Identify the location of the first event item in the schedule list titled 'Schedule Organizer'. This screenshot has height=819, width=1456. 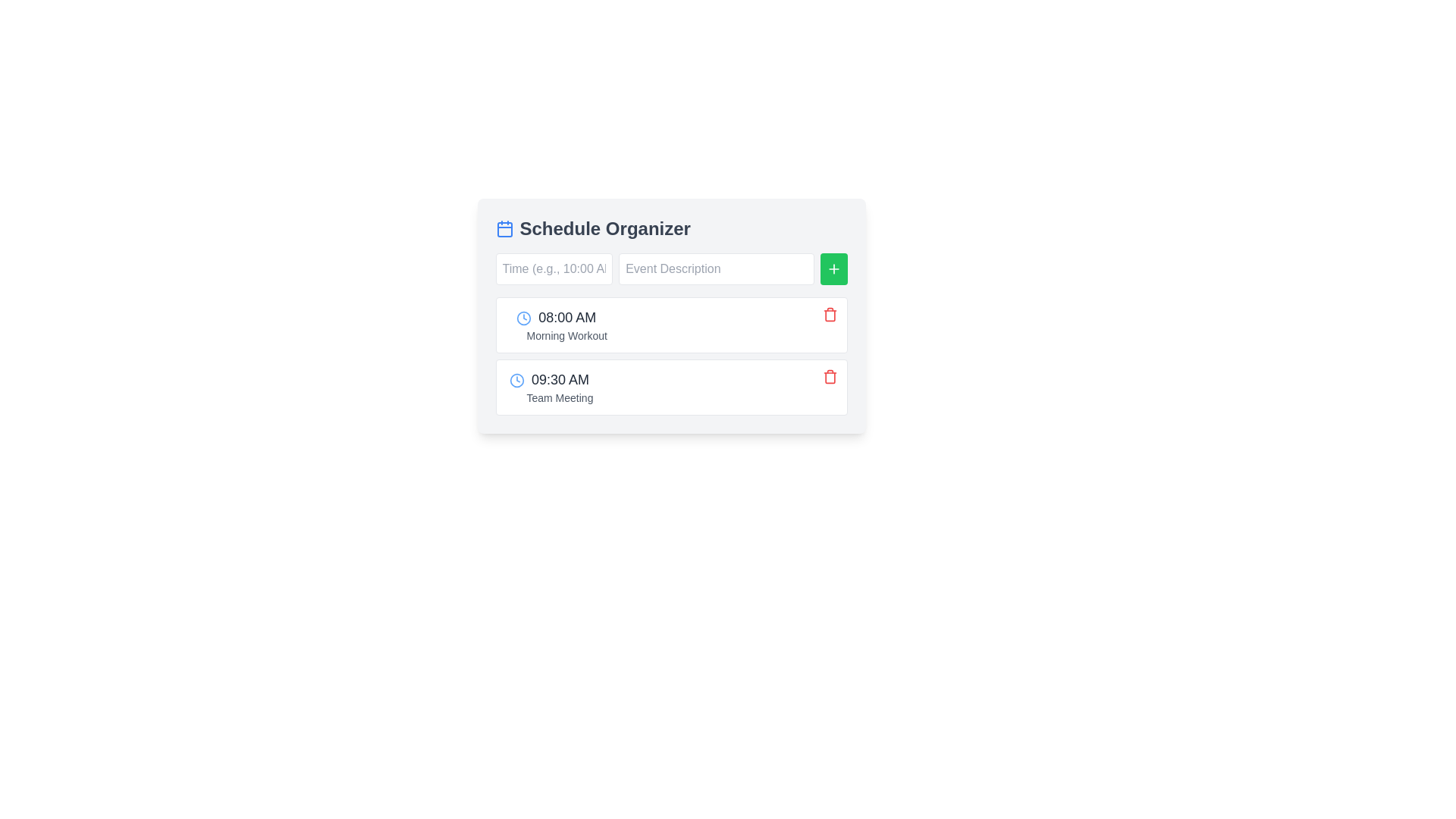
(555, 324).